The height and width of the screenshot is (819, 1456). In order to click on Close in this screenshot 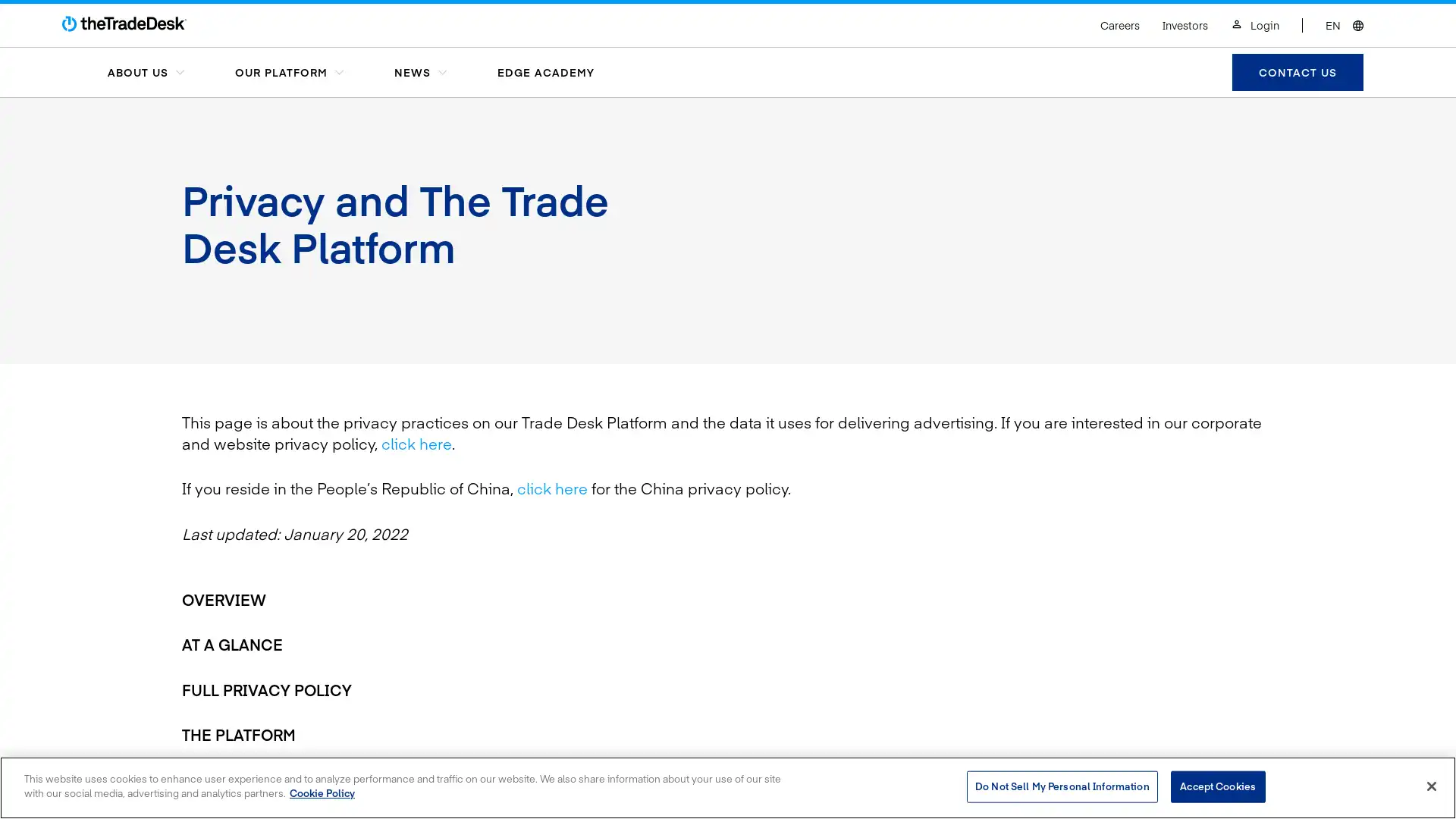, I will do `click(1430, 785)`.